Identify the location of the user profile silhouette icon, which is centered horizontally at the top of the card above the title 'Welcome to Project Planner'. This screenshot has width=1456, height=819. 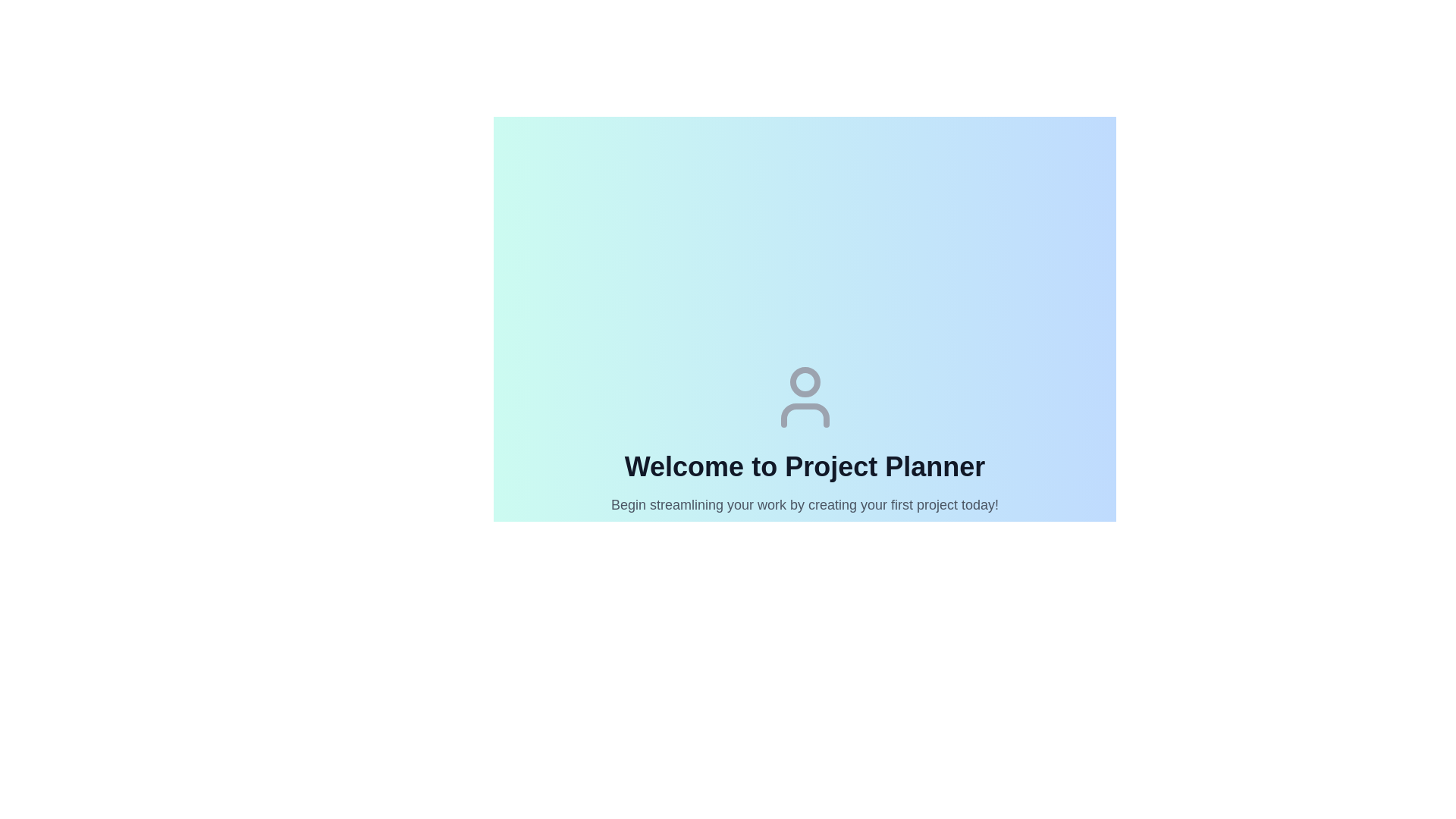
(804, 397).